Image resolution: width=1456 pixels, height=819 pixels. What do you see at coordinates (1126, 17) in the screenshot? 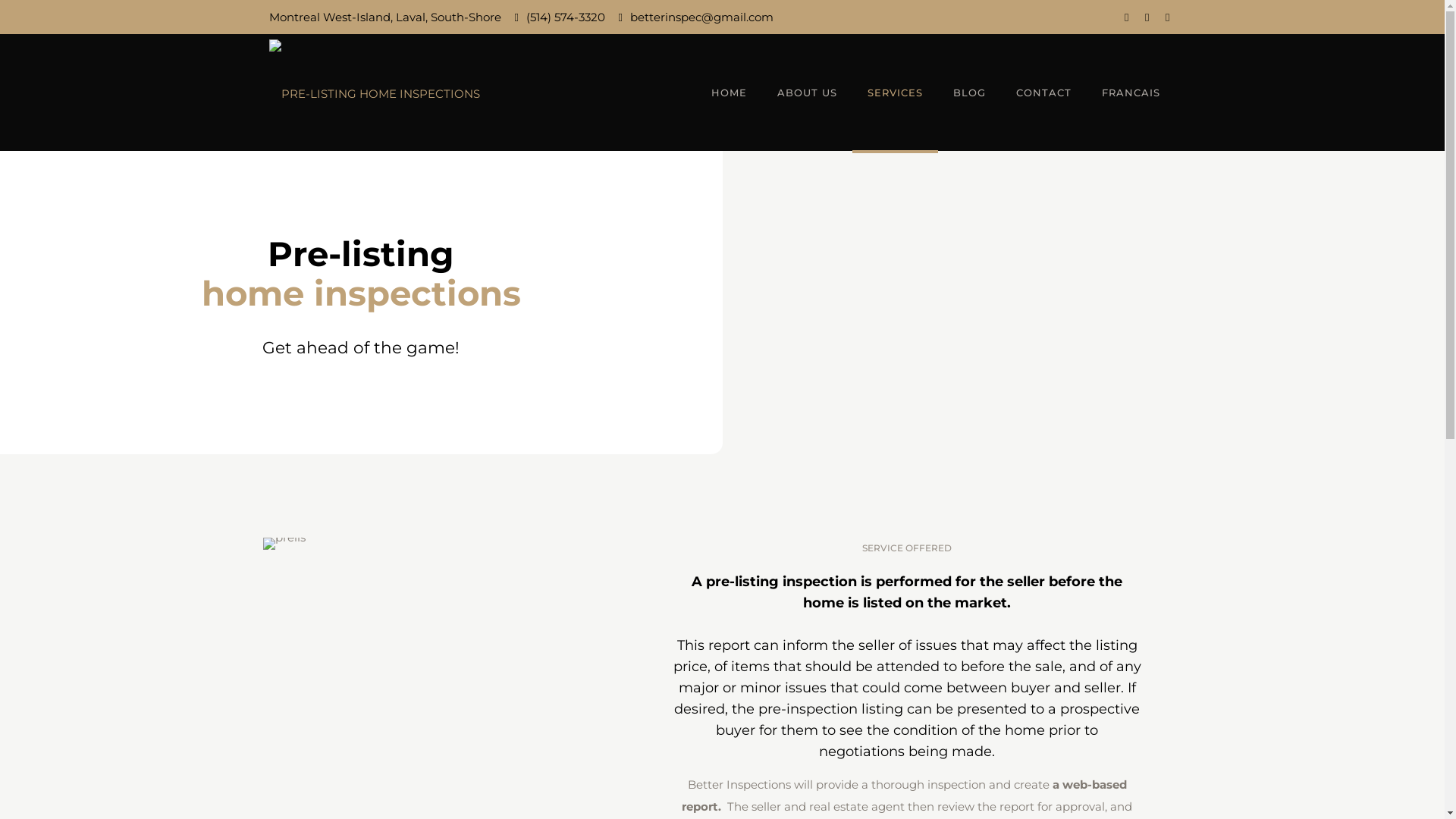
I see `'Facebook'` at bounding box center [1126, 17].